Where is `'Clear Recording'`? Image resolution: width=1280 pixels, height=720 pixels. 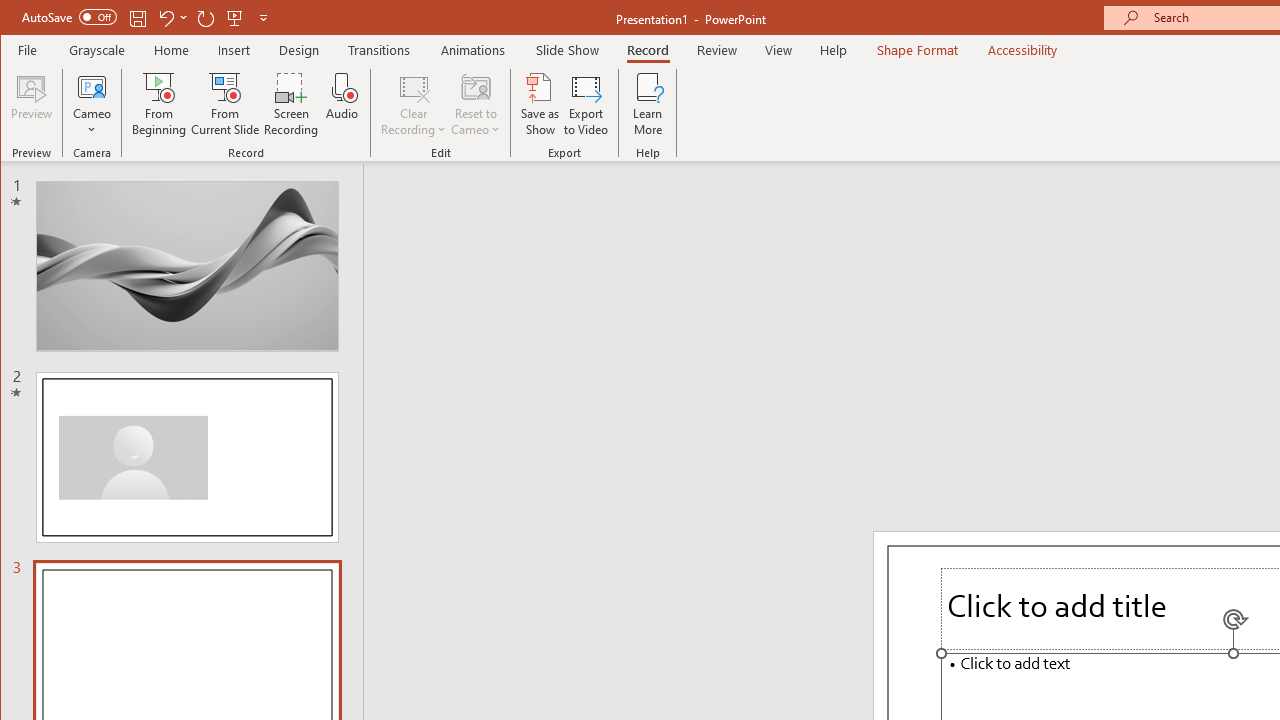
'Clear Recording' is located at coordinates (413, 104).